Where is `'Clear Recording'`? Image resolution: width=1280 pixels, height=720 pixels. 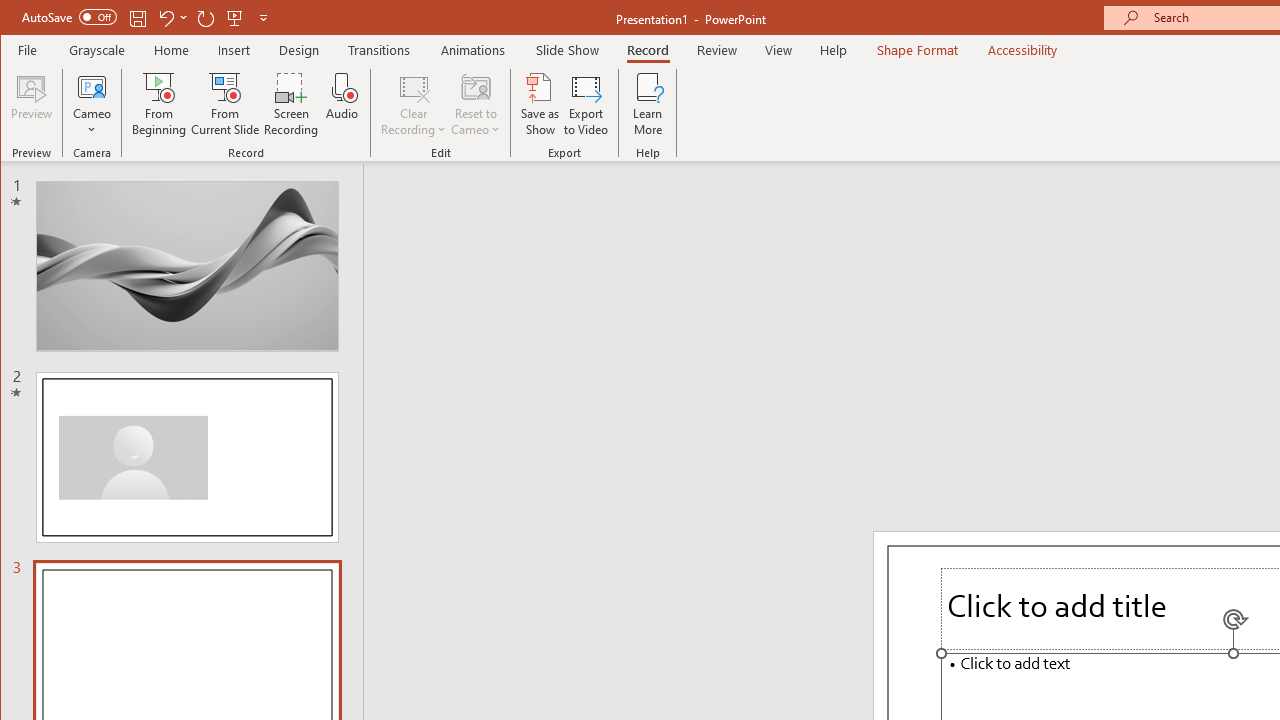
'Clear Recording' is located at coordinates (413, 104).